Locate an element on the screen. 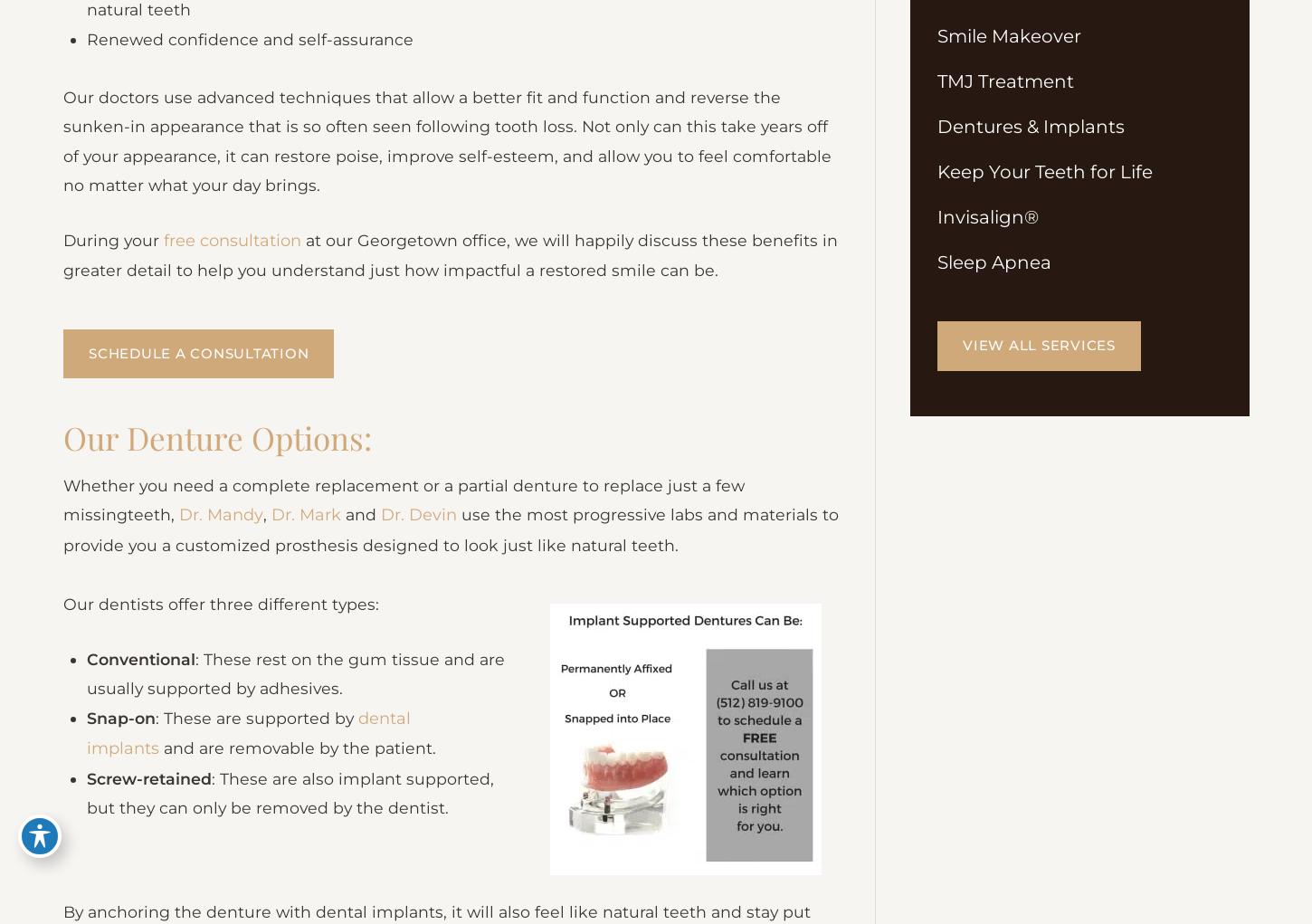 Image resolution: width=1312 pixels, height=924 pixels. 'Keep Your Teeth for Life' is located at coordinates (937, 173).